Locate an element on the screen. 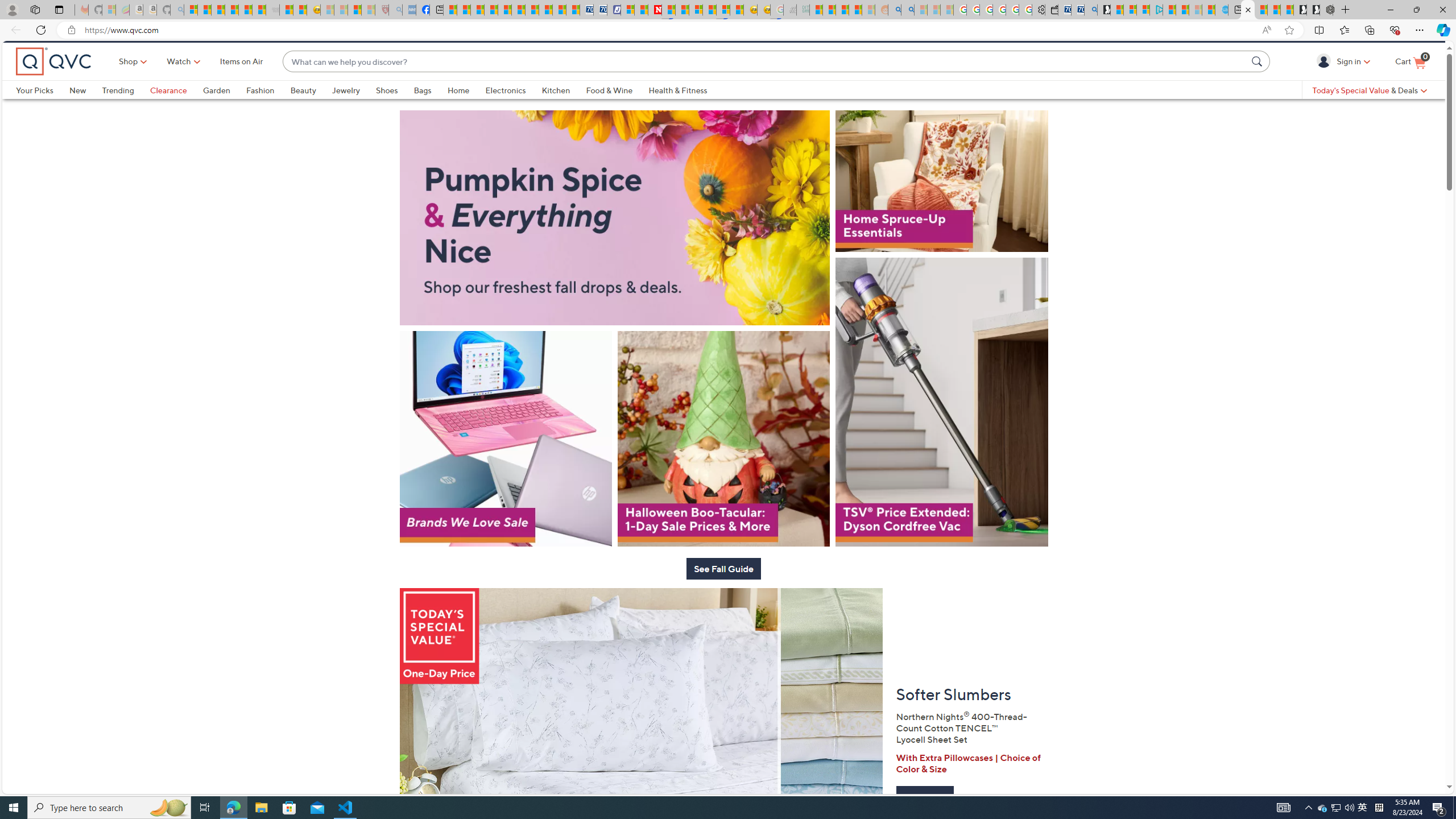 Image resolution: width=1456 pixels, height=819 pixels. 'Shop' is located at coordinates (129, 80).